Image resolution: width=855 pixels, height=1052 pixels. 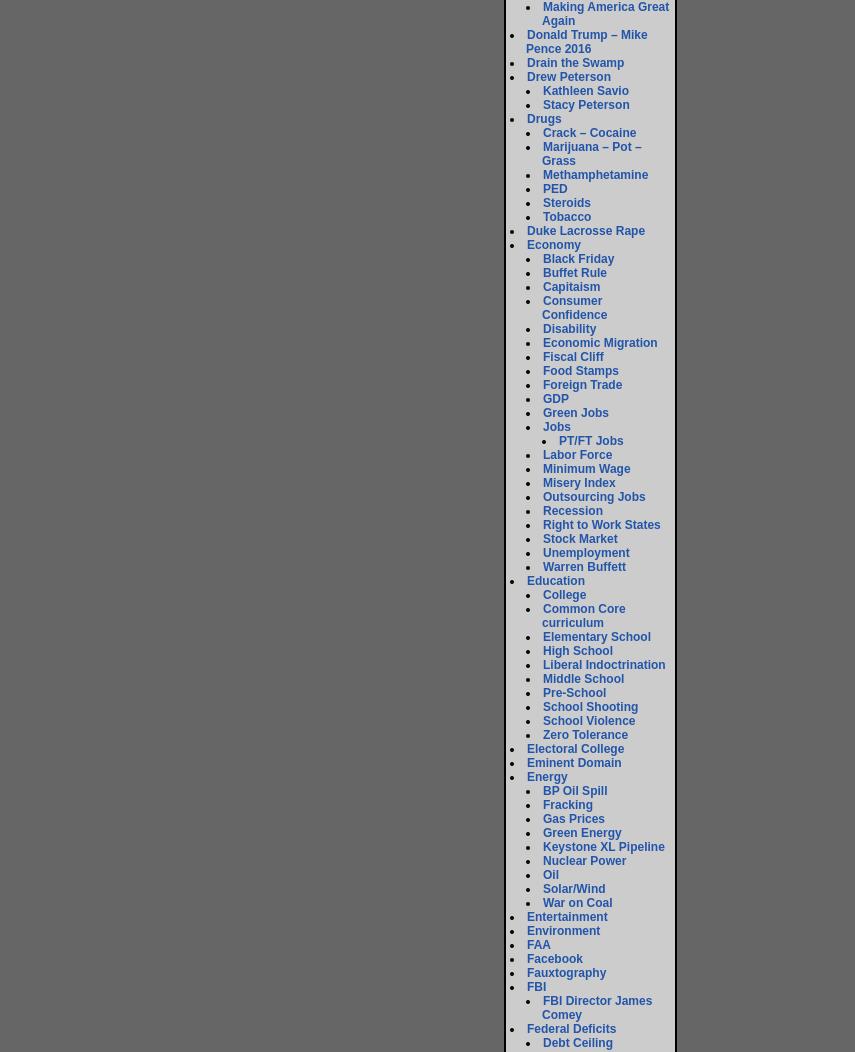 I want to click on 'Green Energy', so click(x=580, y=832).